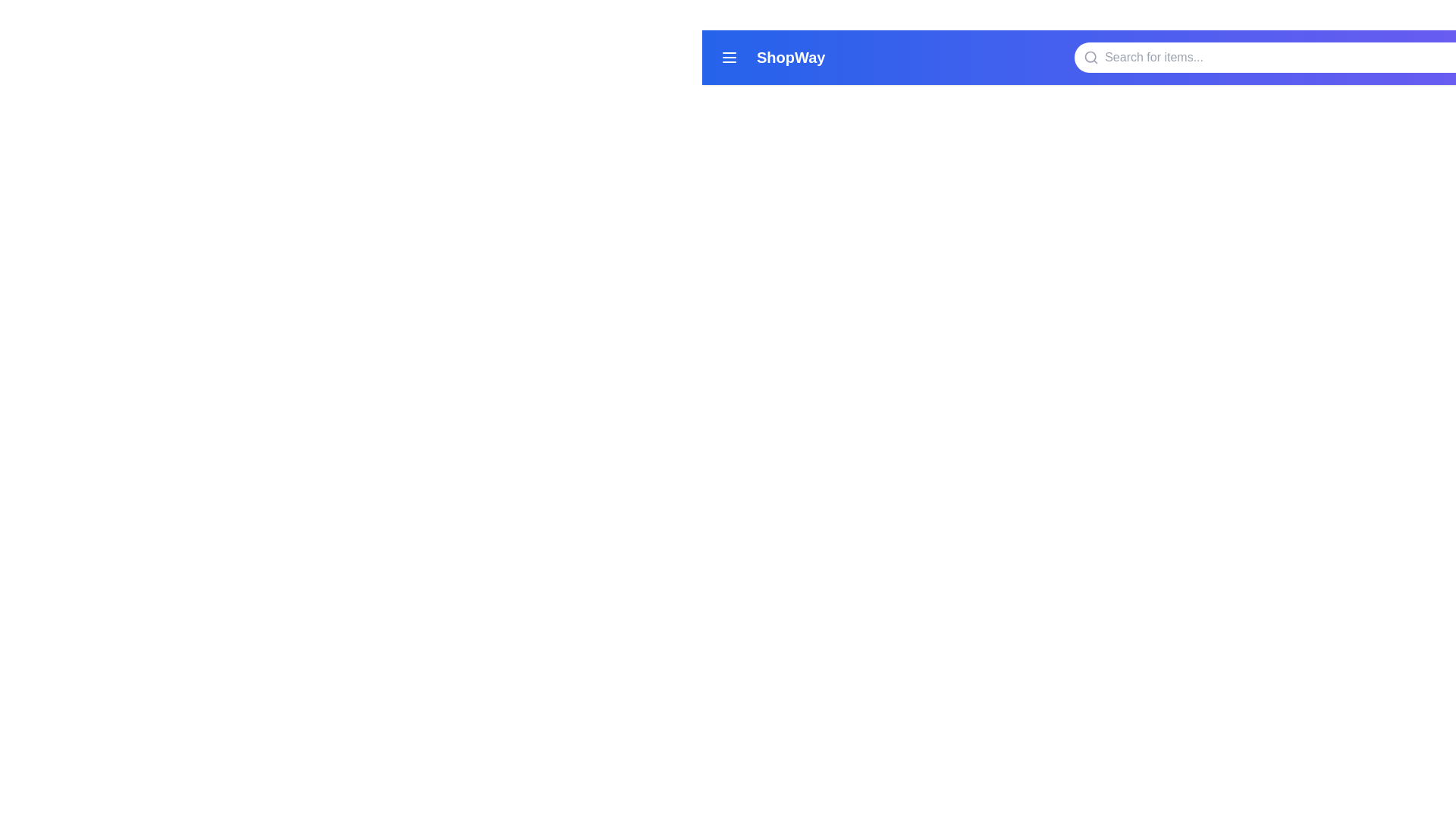 The width and height of the screenshot is (1456, 819). Describe the element at coordinates (729, 57) in the screenshot. I see `the navigation menu button to open the navigation menu` at that location.